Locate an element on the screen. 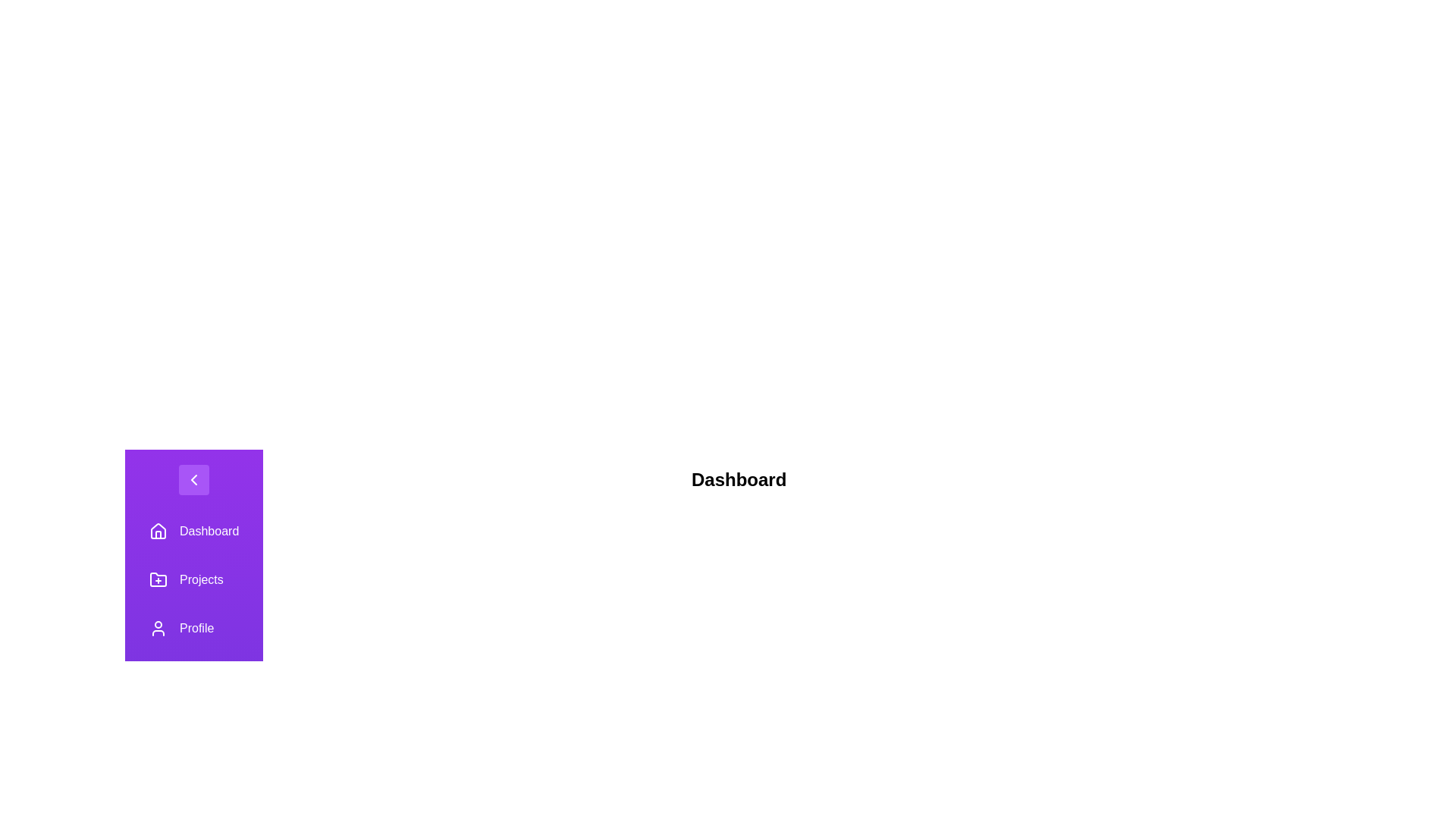 This screenshot has width=1456, height=819. the 'Projects' text label is located at coordinates (200, 579).